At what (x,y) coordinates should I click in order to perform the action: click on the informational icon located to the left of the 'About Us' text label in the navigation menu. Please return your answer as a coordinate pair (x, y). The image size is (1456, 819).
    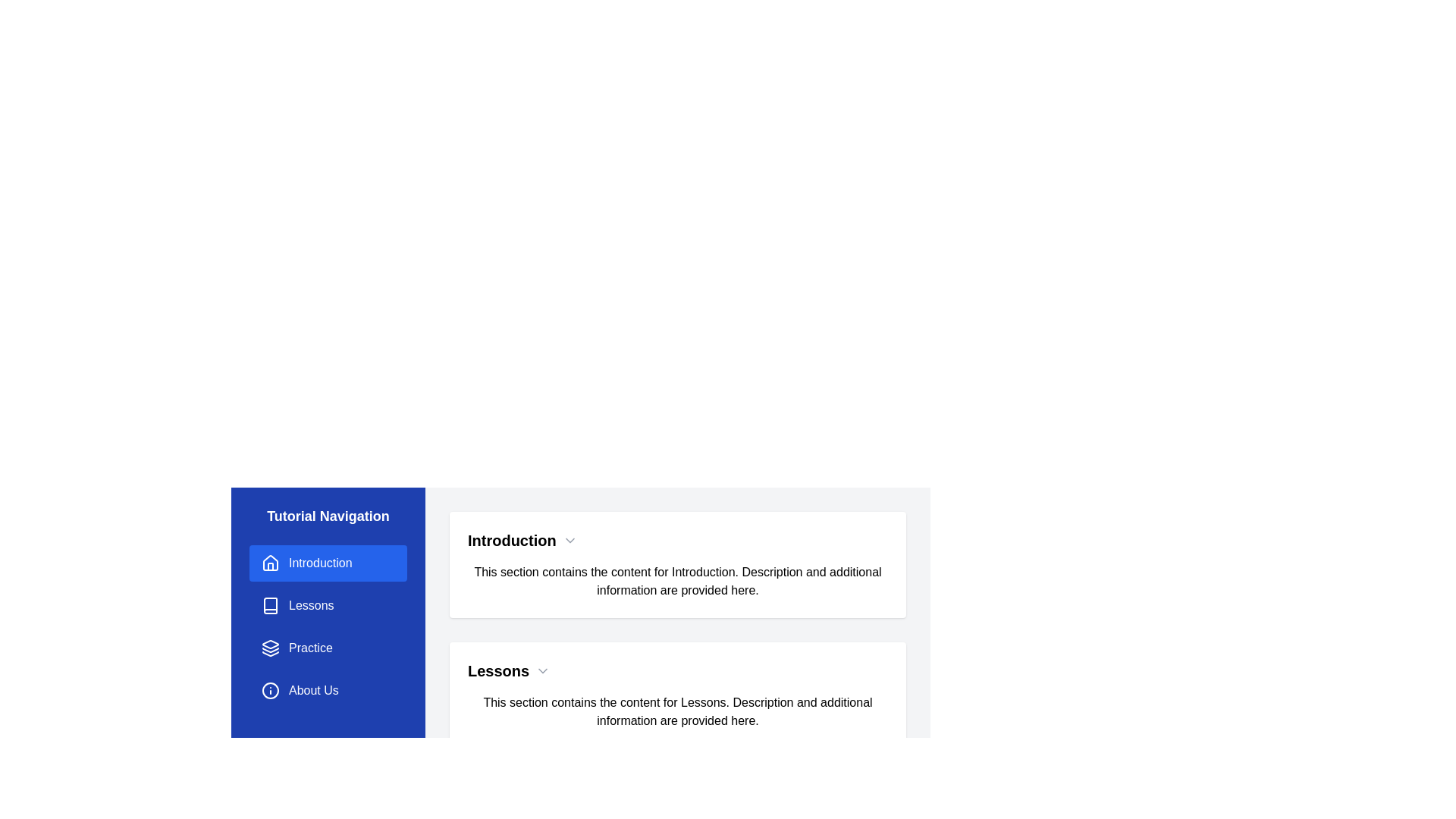
    Looking at the image, I should click on (270, 690).